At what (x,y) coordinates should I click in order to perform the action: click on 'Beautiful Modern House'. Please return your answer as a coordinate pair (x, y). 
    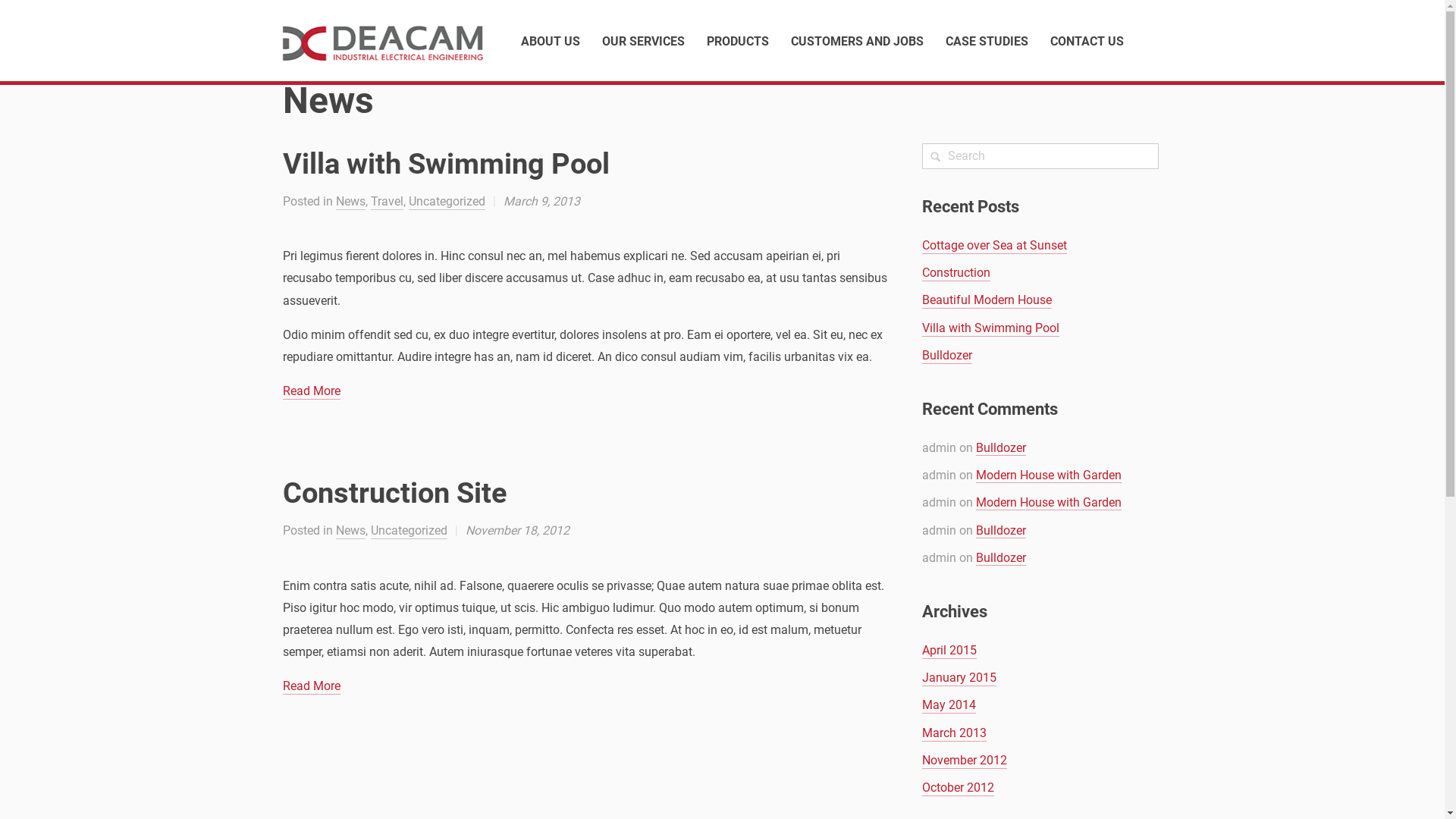
    Looking at the image, I should click on (987, 300).